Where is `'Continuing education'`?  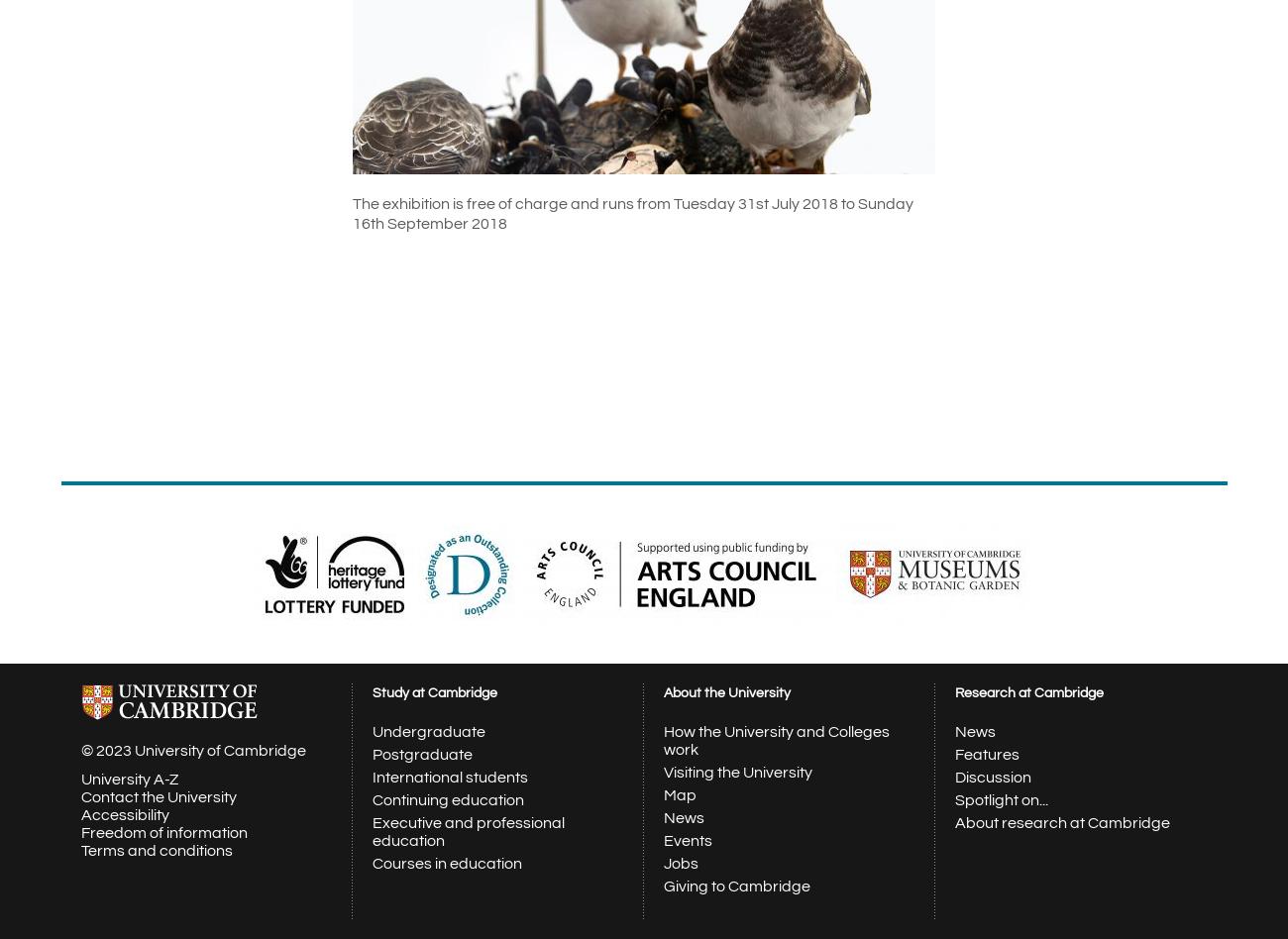 'Continuing education' is located at coordinates (446, 799).